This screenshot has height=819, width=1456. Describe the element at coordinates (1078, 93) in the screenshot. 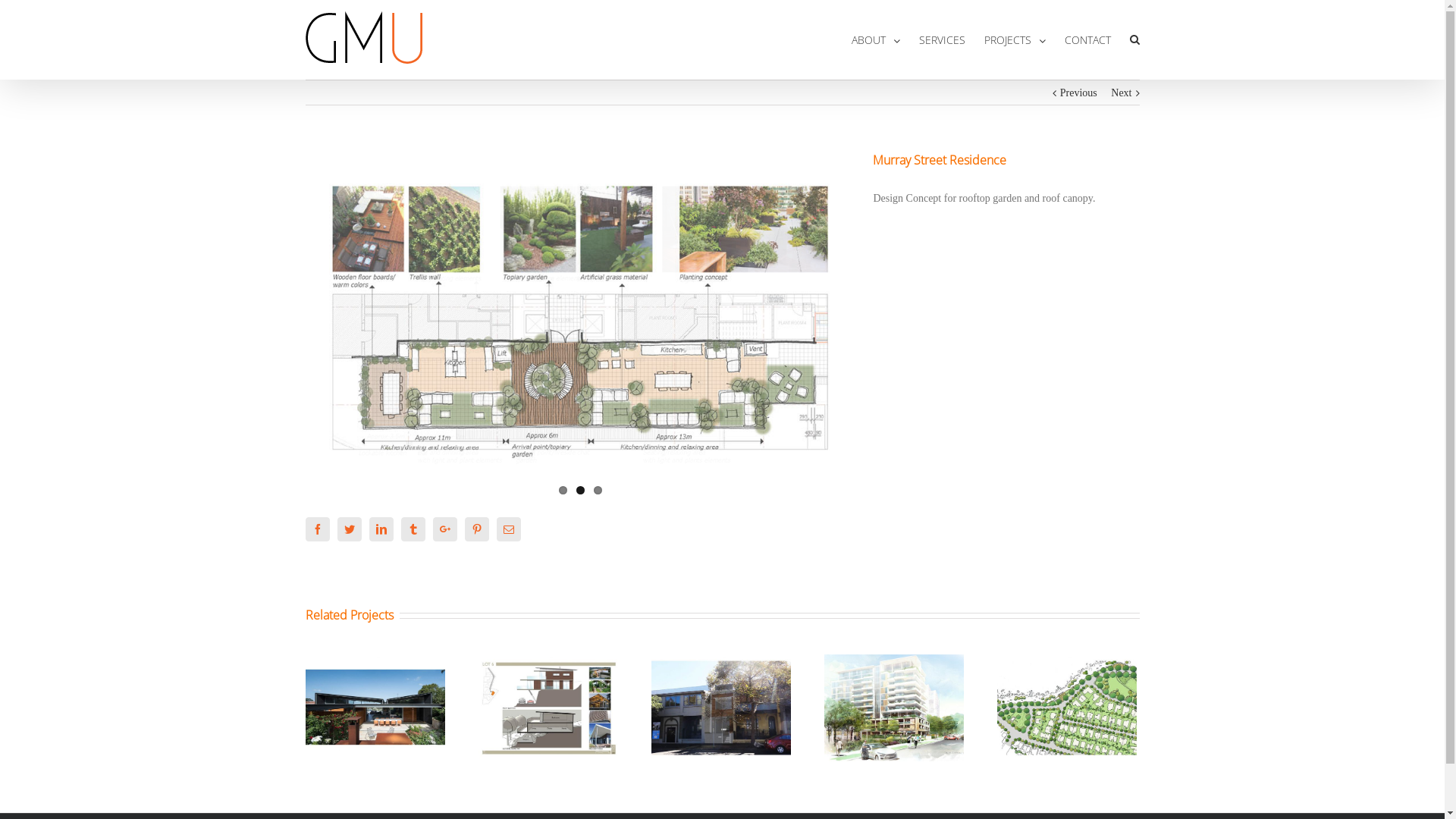

I see `'Previous'` at that location.